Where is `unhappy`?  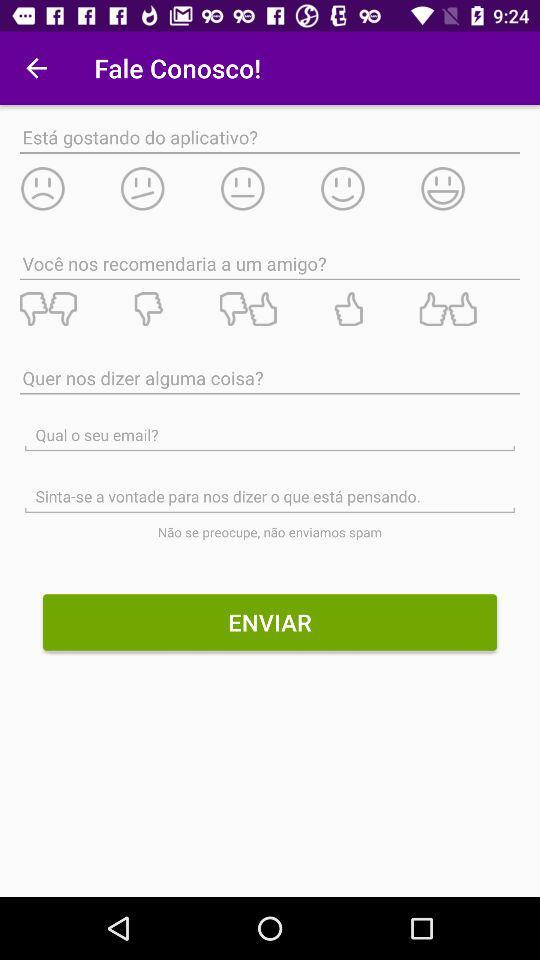
unhappy is located at coordinates (68, 188).